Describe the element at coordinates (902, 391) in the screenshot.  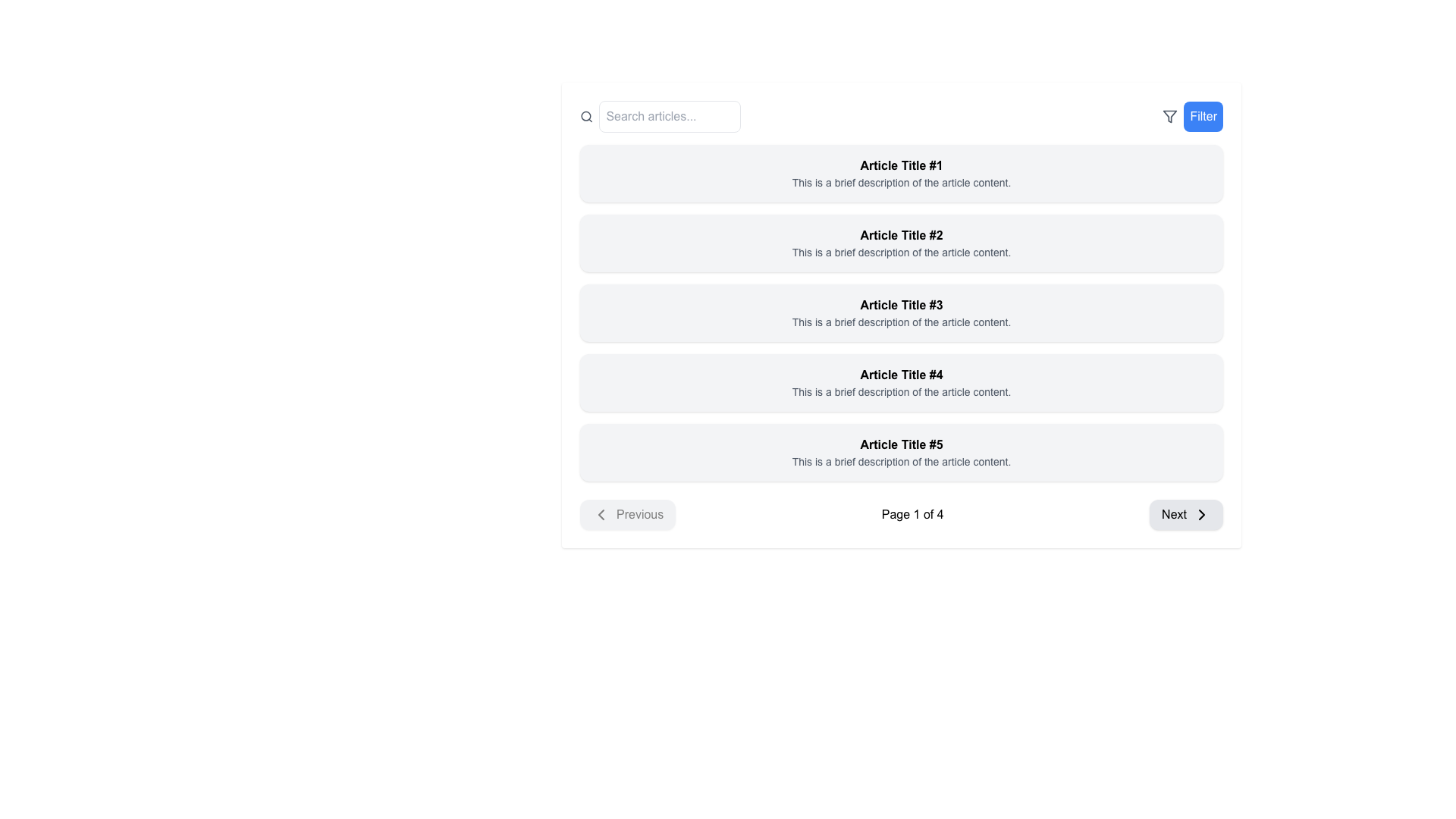
I see `the text area displaying 'This is a brief description of the article content.' which is positioned below 'Article Title #4'` at that location.